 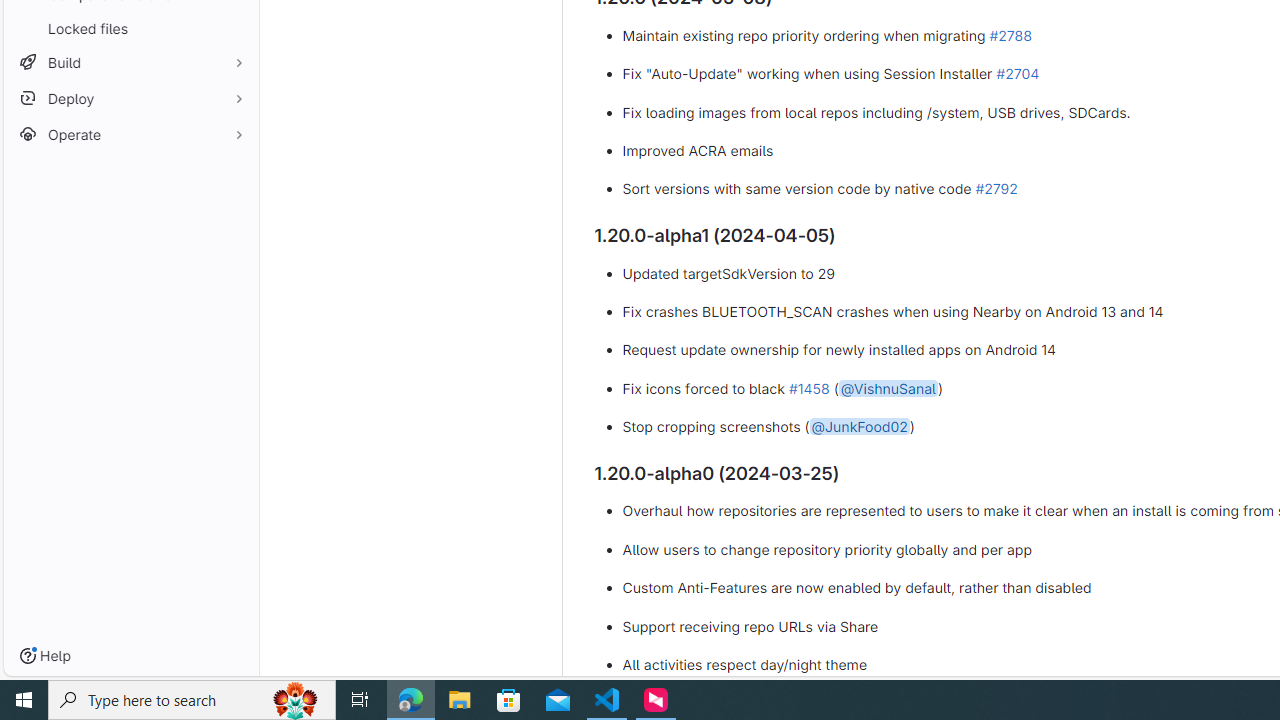 I want to click on '@VishnuSanal', so click(x=887, y=387).